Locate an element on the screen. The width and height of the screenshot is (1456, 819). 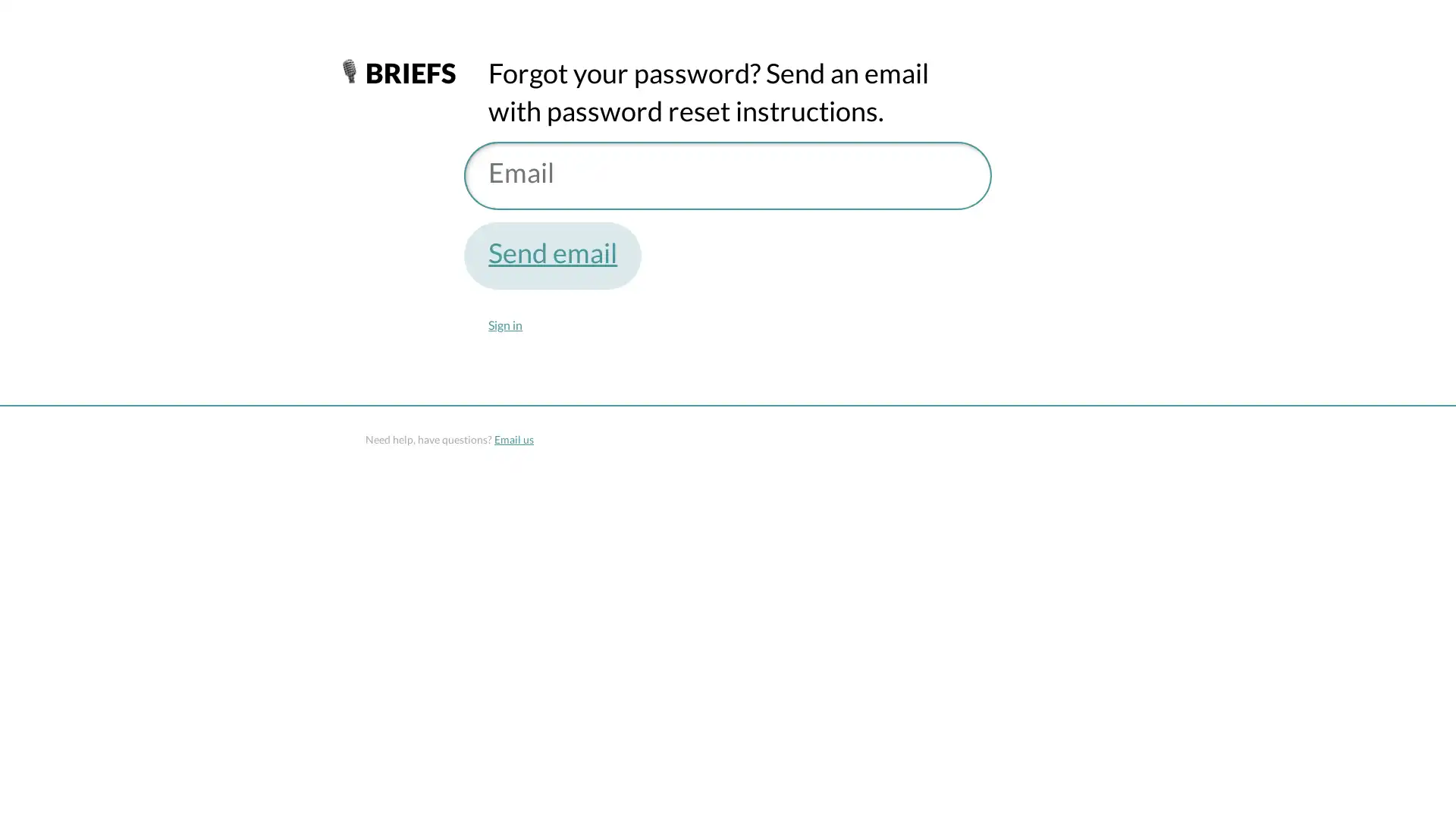
Send email is located at coordinates (552, 254).